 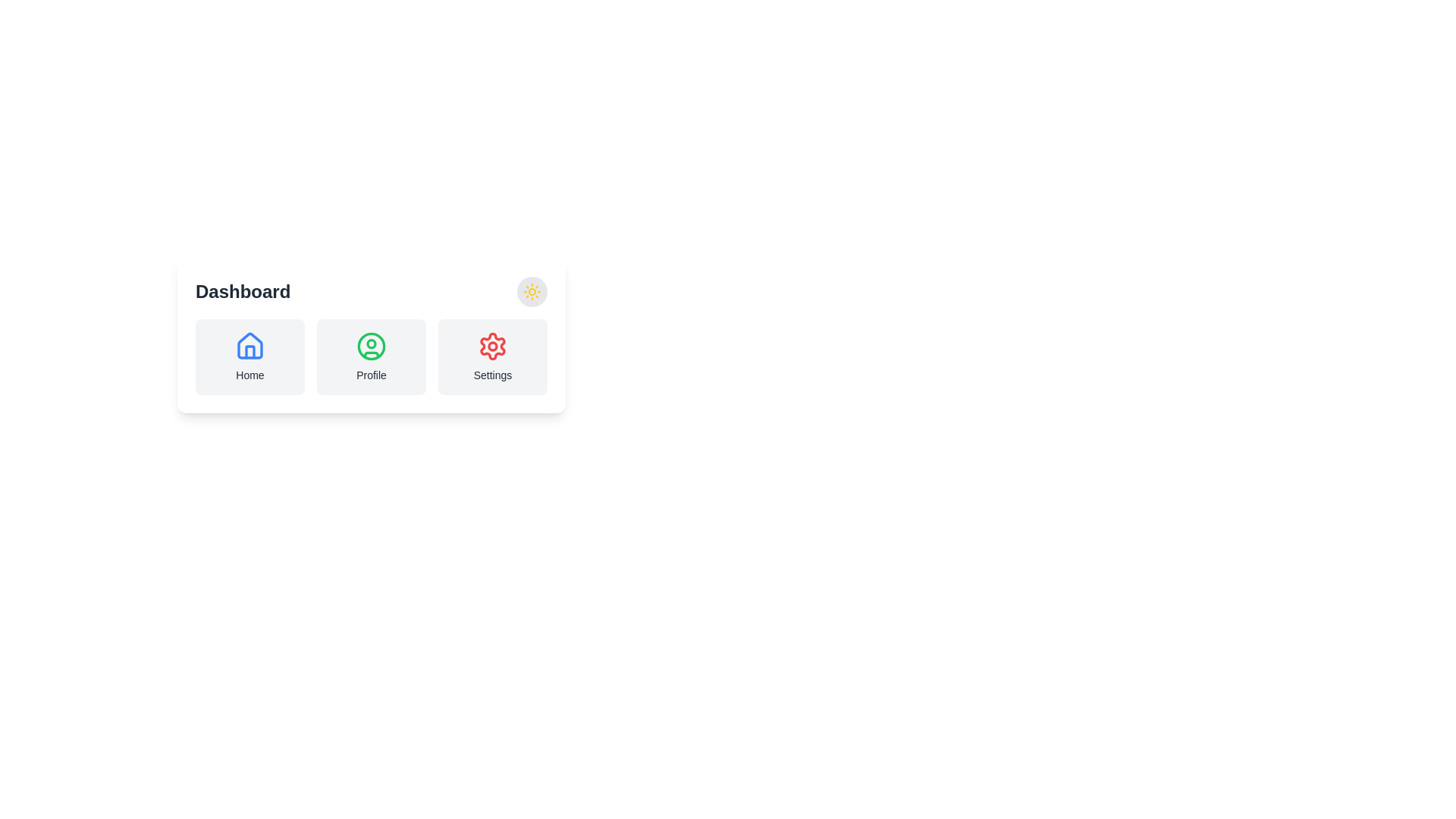 What do you see at coordinates (492, 346) in the screenshot?
I see `the small circular decorative element located at the center of the gear-shaped settings icon` at bounding box center [492, 346].